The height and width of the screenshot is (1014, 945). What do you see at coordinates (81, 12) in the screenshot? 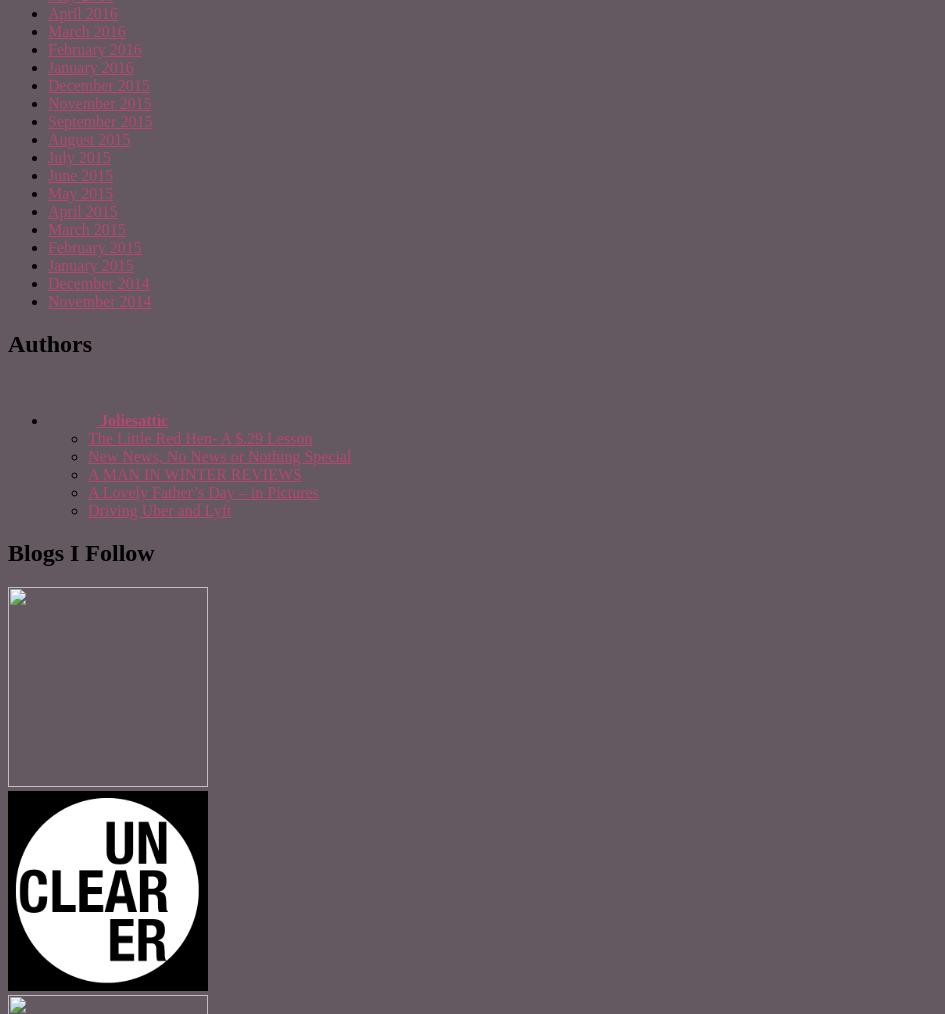
I see `'April 2016'` at bounding box center [81, 12].